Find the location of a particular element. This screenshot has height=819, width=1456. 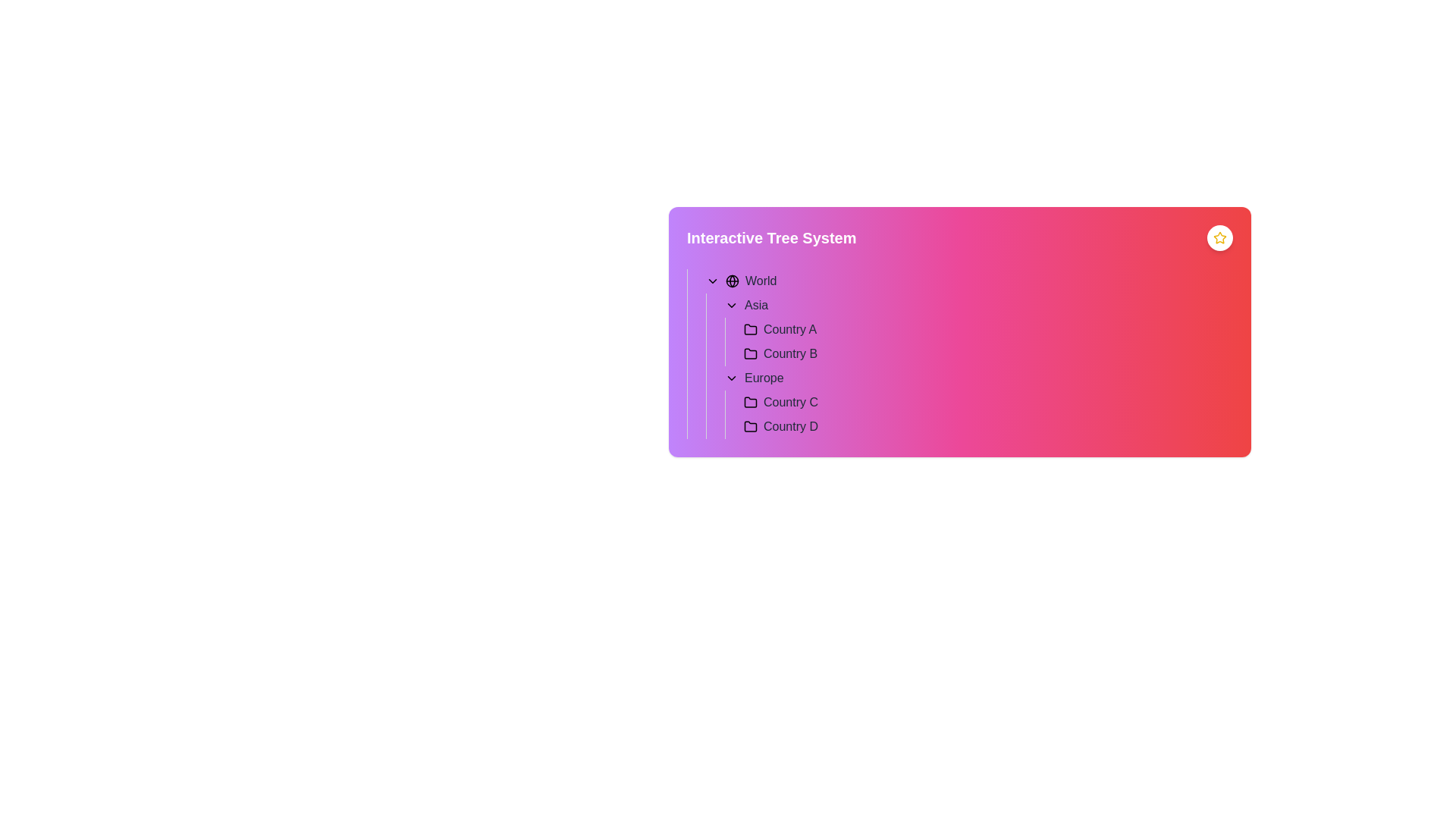

the downward-pointing chevron icon is located at coordinates (712, 281).